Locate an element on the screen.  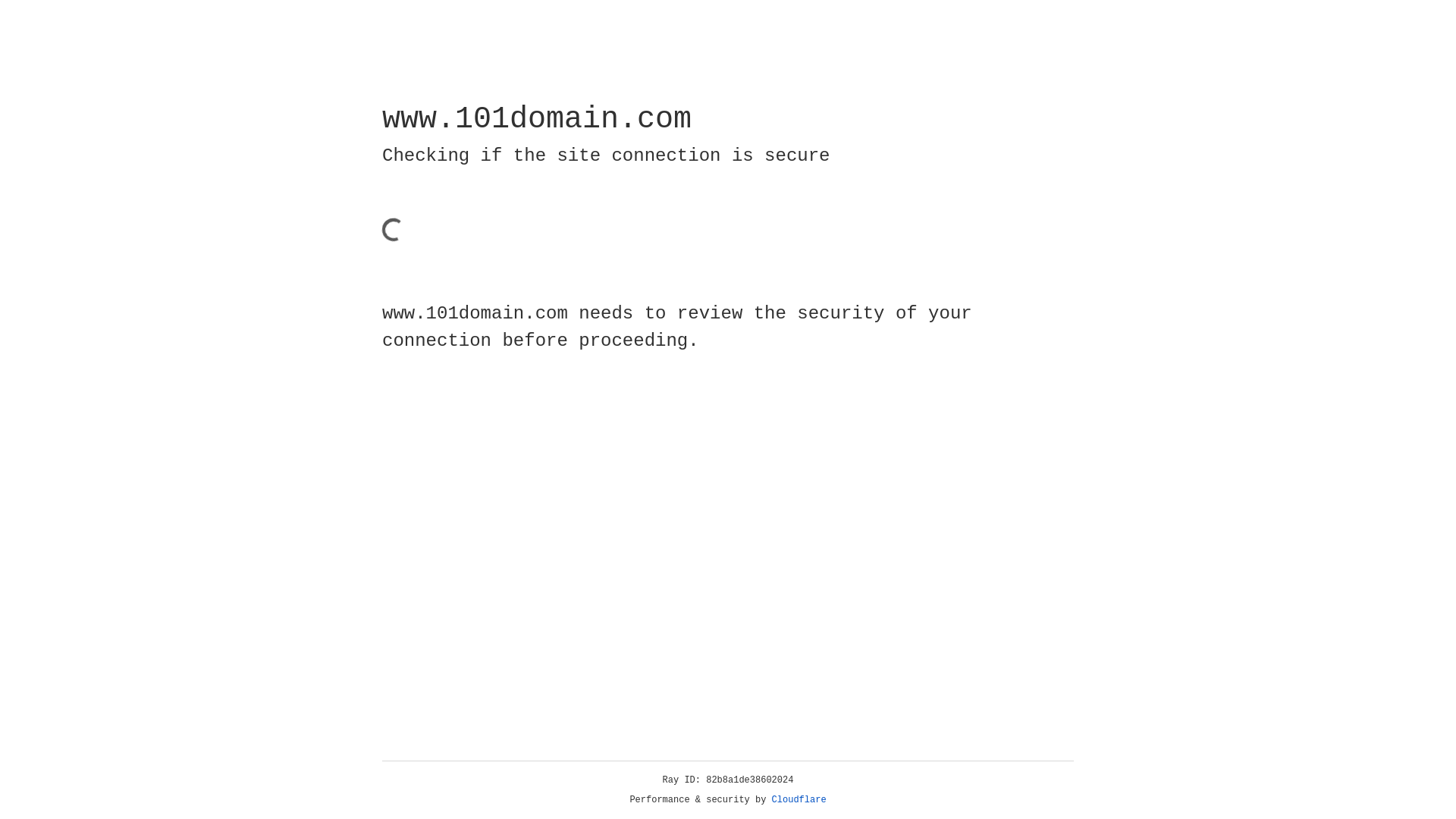
'Cloudflare' is located at coordinates (771, 799).